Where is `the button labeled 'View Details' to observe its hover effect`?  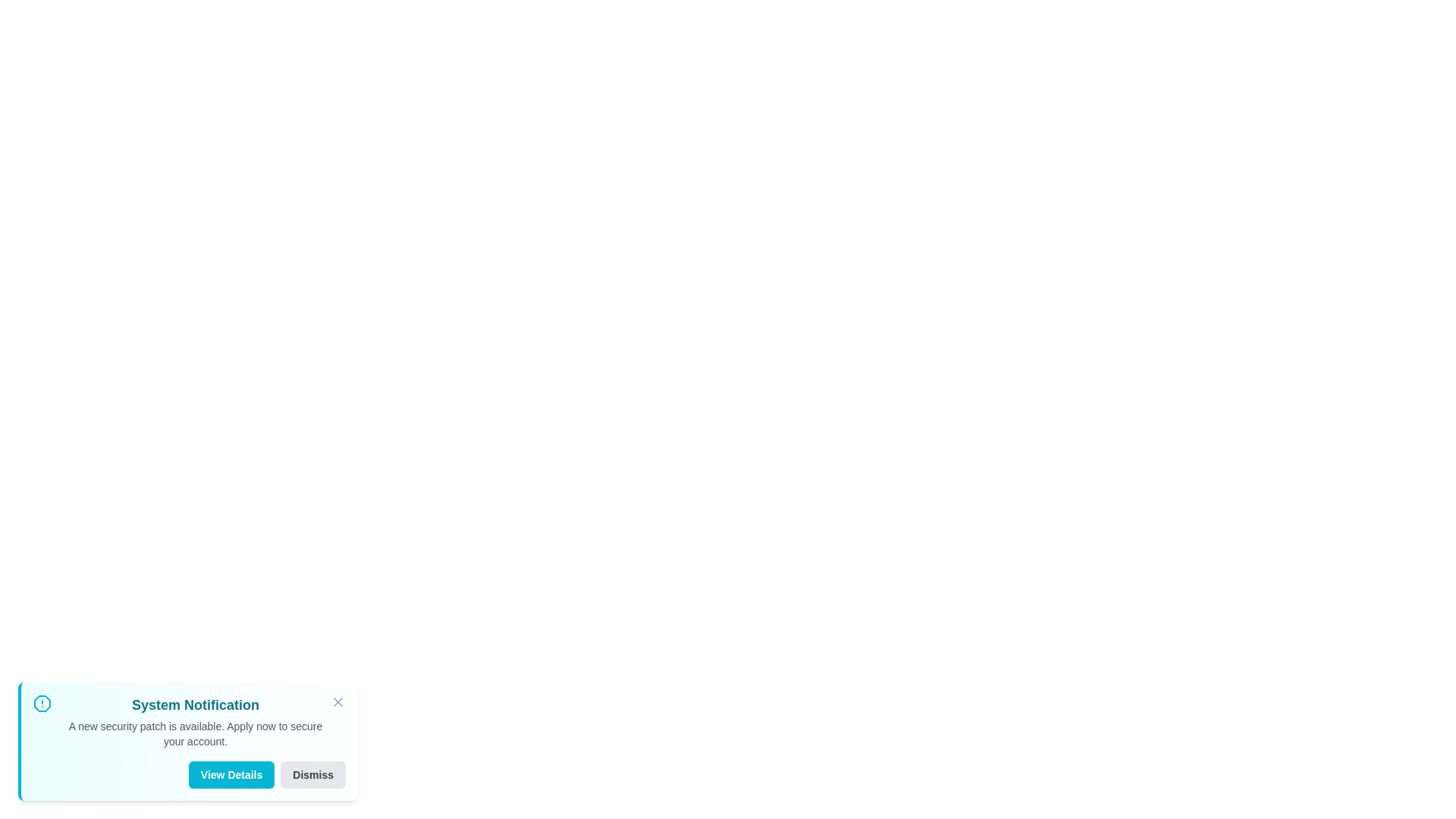
the button labeled 'View Details' to observe its hover effect is located at coordinates (231, 775).